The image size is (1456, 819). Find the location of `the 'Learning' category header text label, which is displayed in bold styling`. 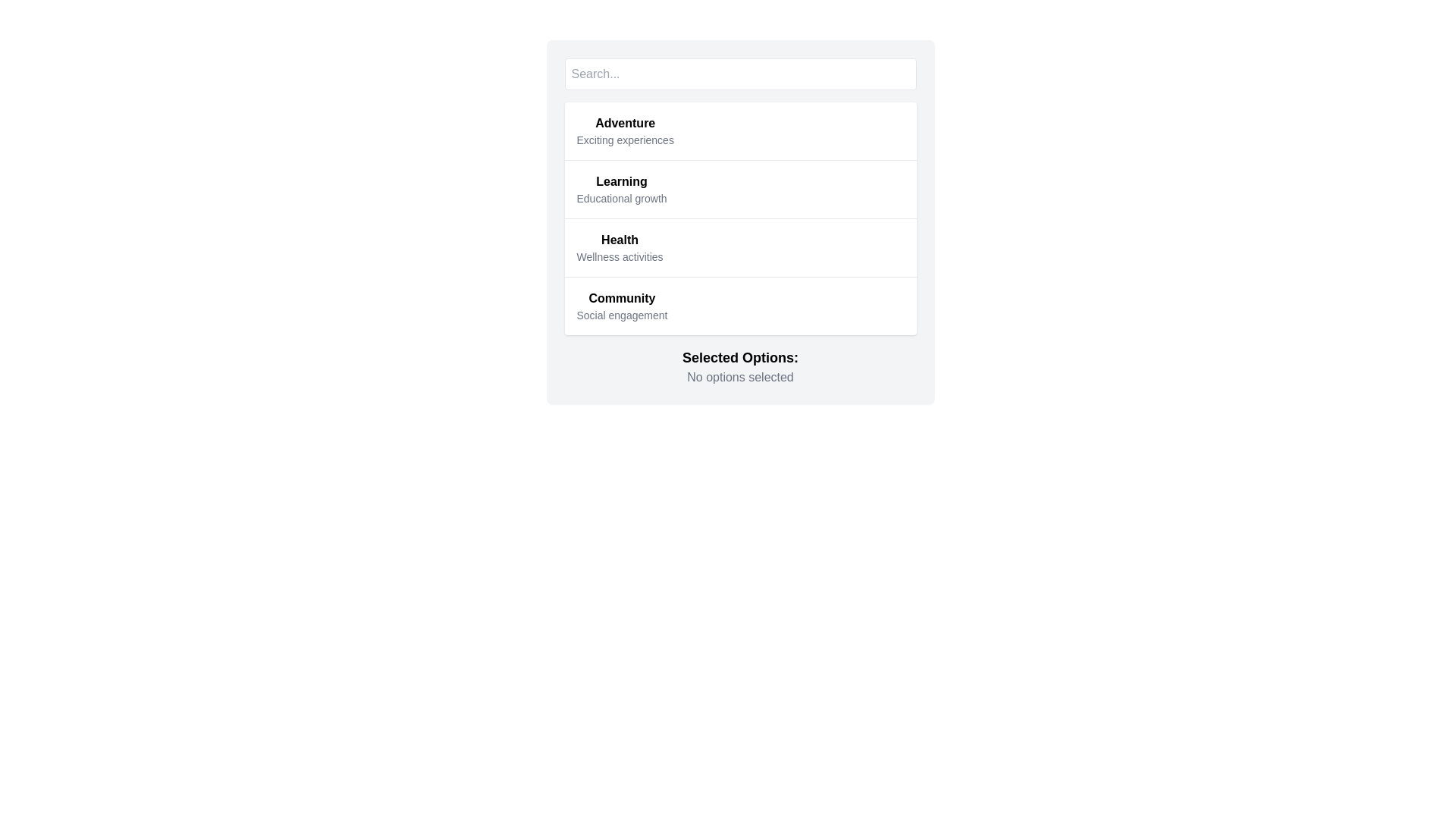

the 'Learning' category header text label, which is displayed in bold styling is located at coordinates (622, 180).